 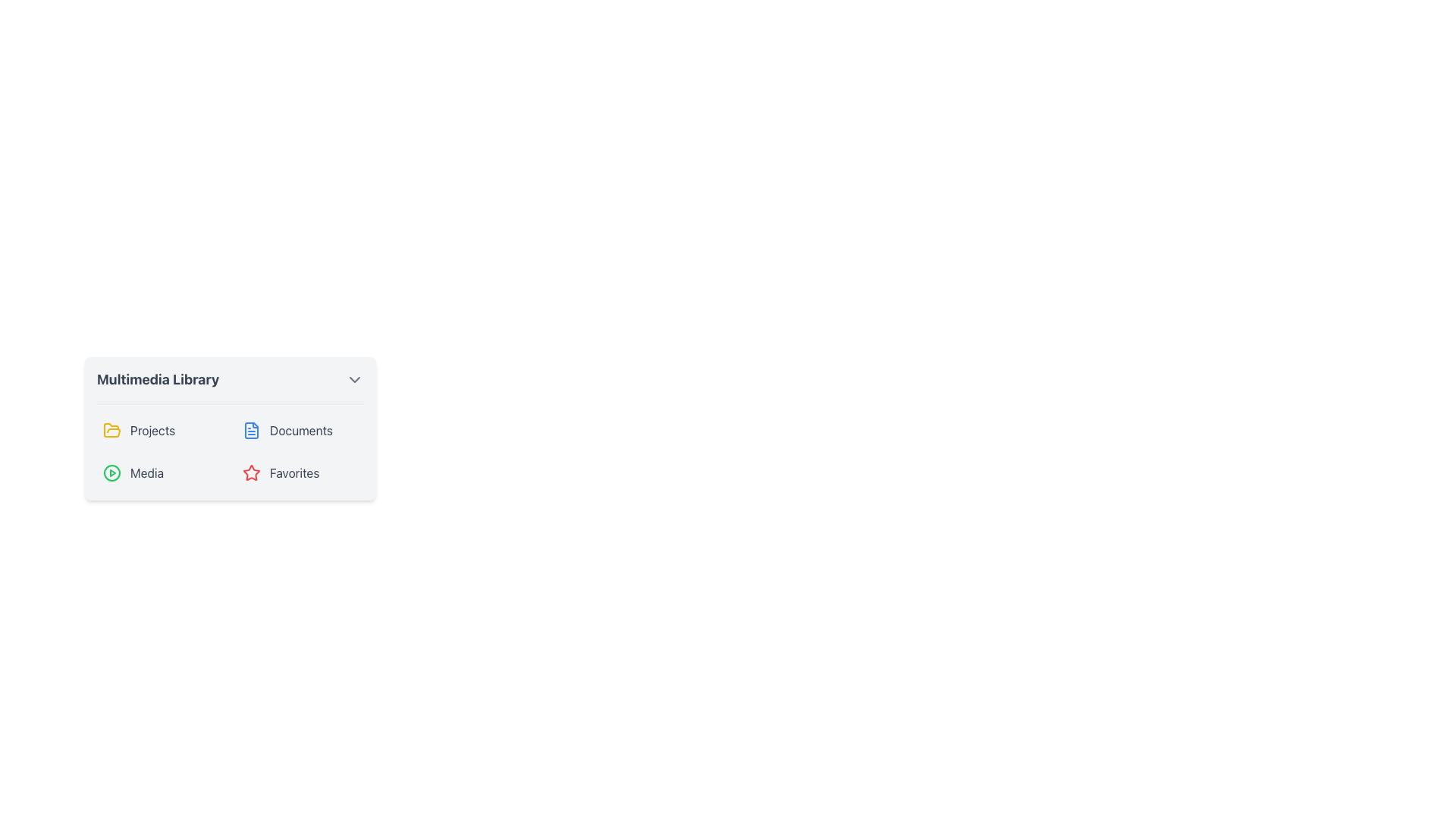 What do you see at coordinates (251, 430) in the screenshot?
I see `the 'Documents' icon in the Multimedia Library dropdown menu, which visually represents the 'Documents' section and is located between the 'Projects' option and the 'Documents' text label` at bounding box center [251, 430].